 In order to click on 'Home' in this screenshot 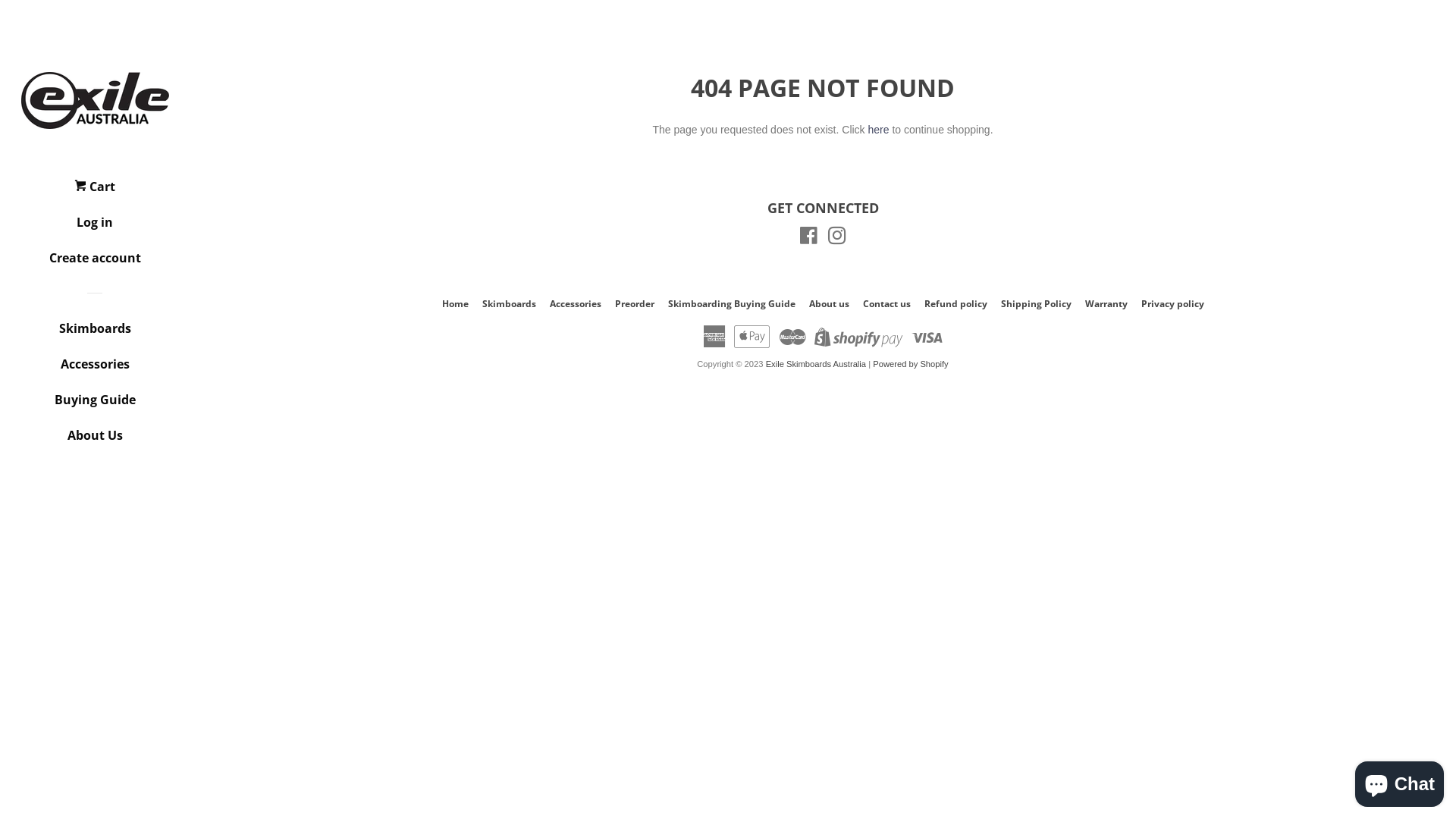, I will do `click(453, 303)`.